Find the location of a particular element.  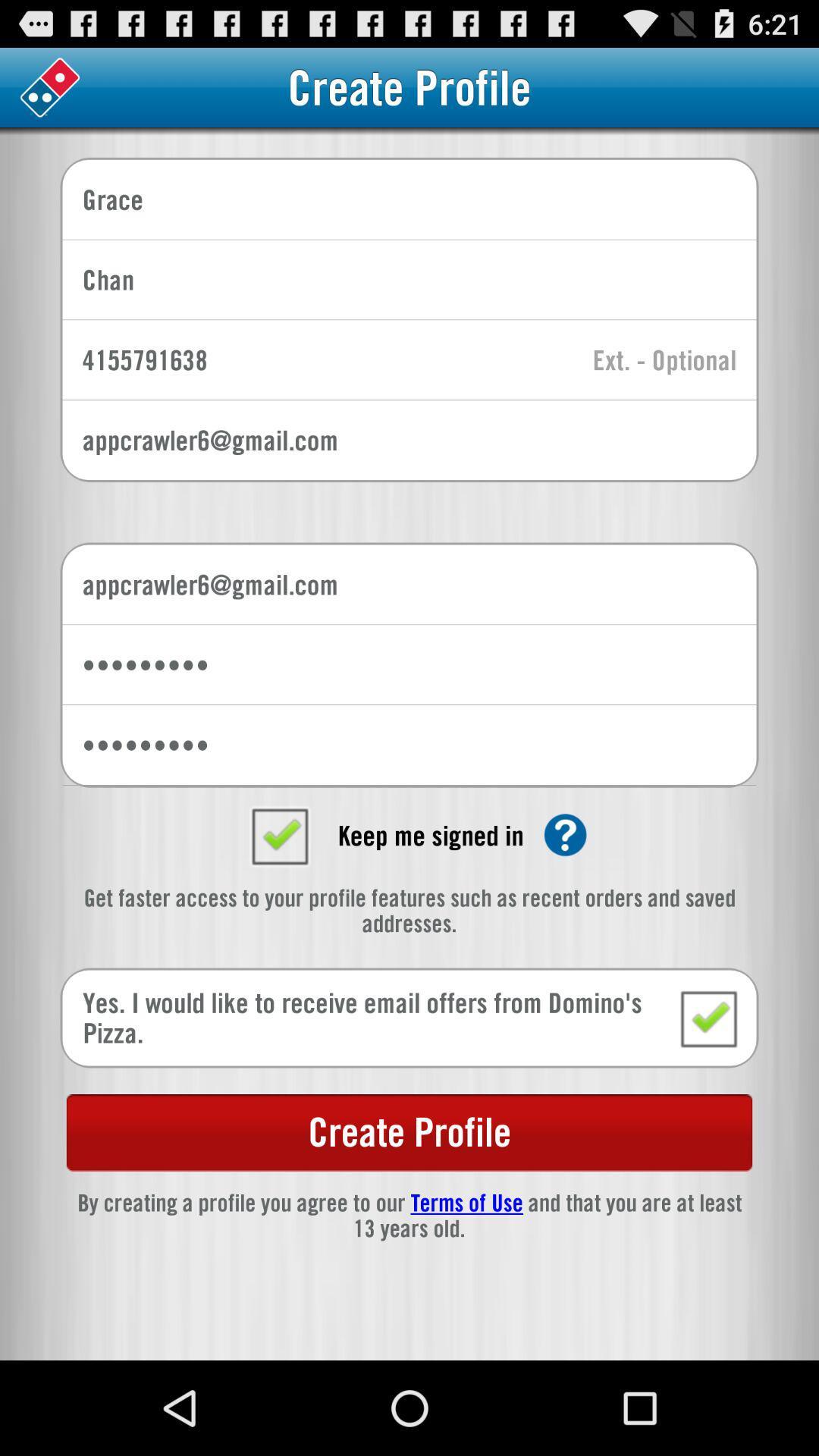

the help icon is located at coordinates (565, 893).